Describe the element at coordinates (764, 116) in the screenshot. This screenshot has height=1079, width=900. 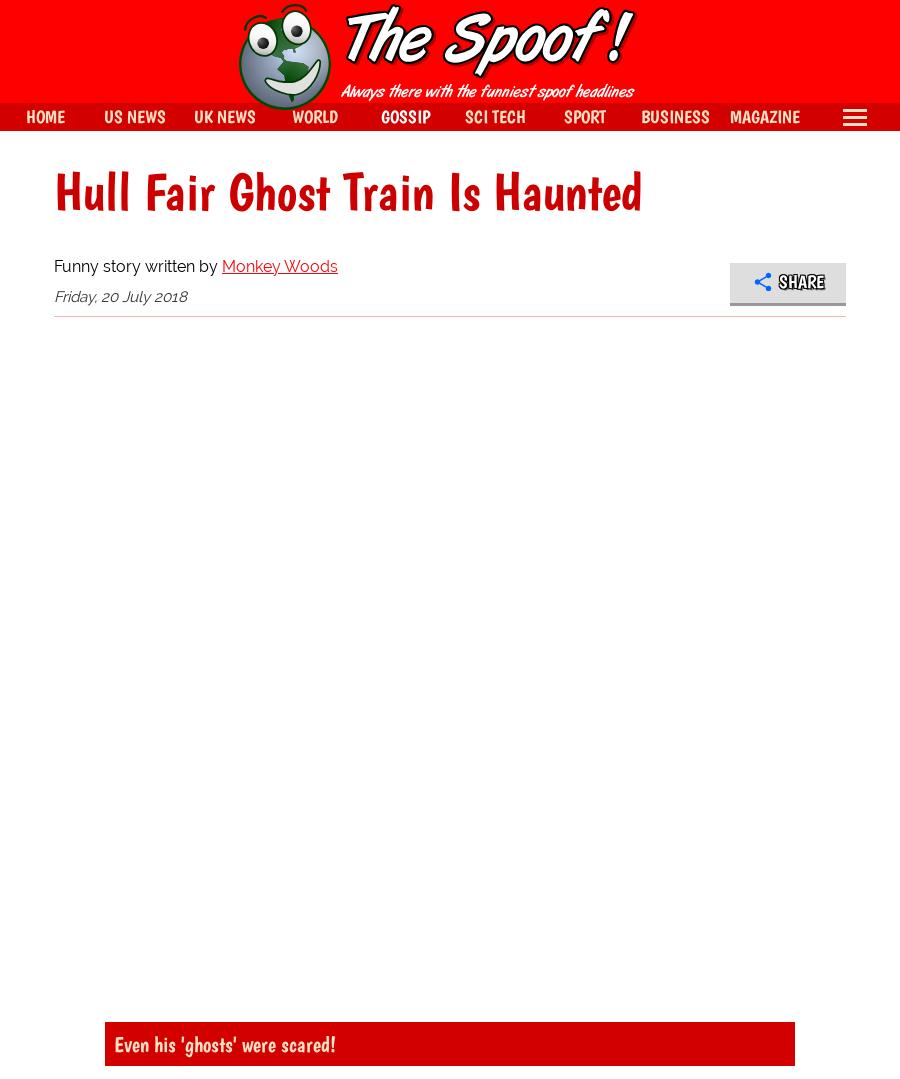
I see `'Magazine'` at that location.